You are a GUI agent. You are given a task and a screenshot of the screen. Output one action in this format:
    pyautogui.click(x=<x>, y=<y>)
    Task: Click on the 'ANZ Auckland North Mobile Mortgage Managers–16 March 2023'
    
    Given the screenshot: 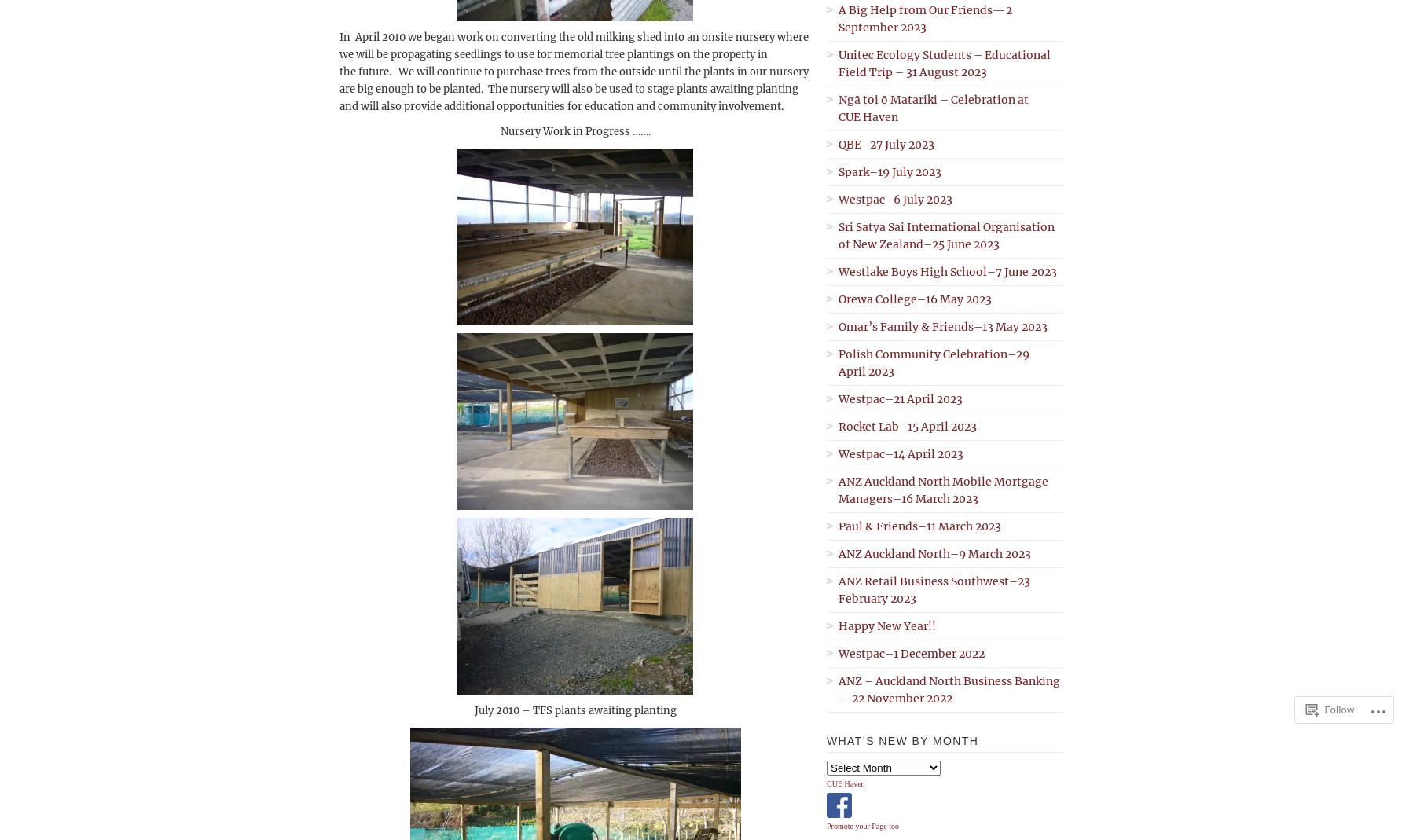 What is the action you would take?
    pyautogui.click(x=943, y=490)
    